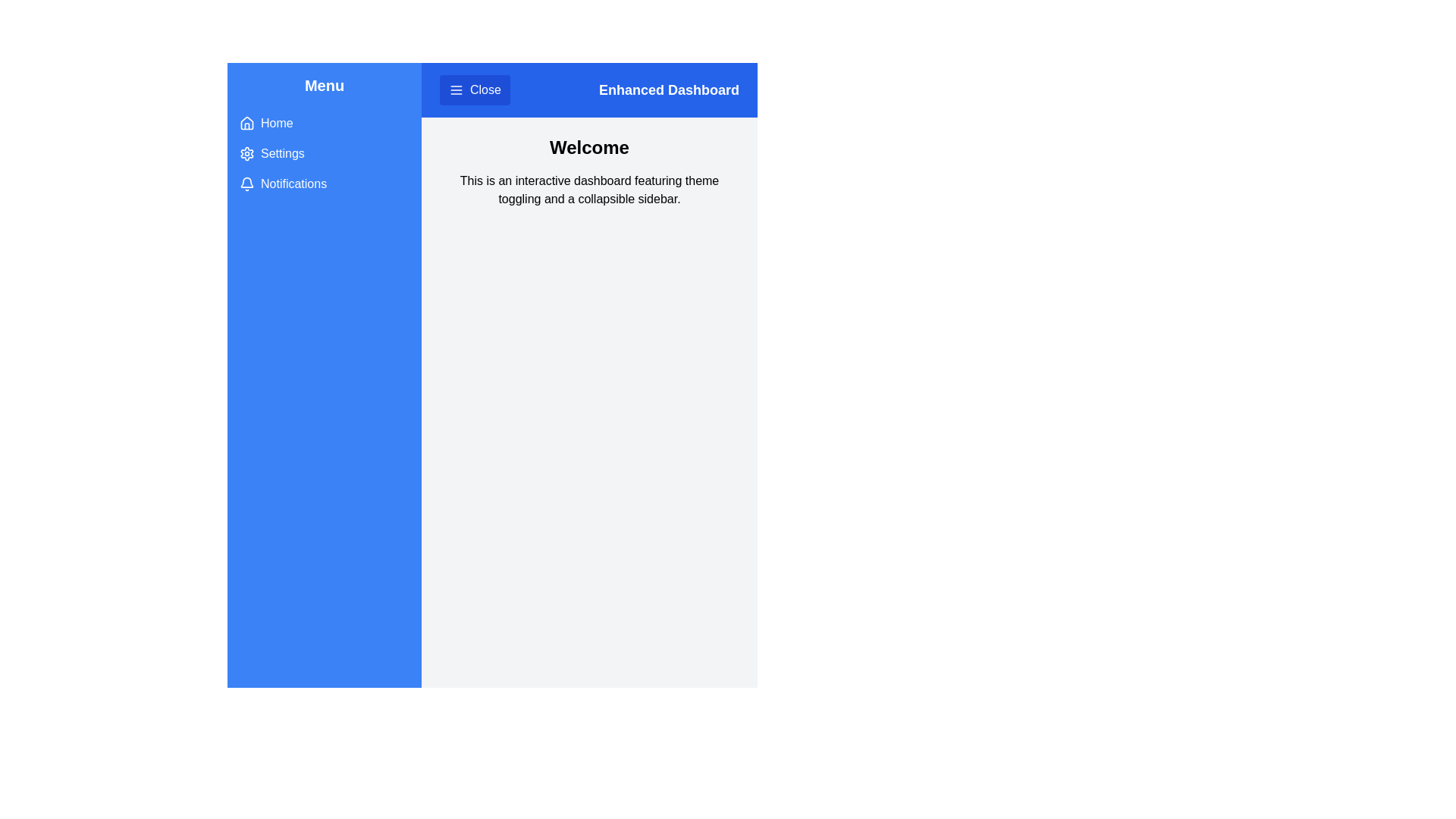  What do you see at coordinates (247, 154) in the screenshot?
I see `the 'Settings' icon in the sidebar menu` at bounding box center [247, 154].